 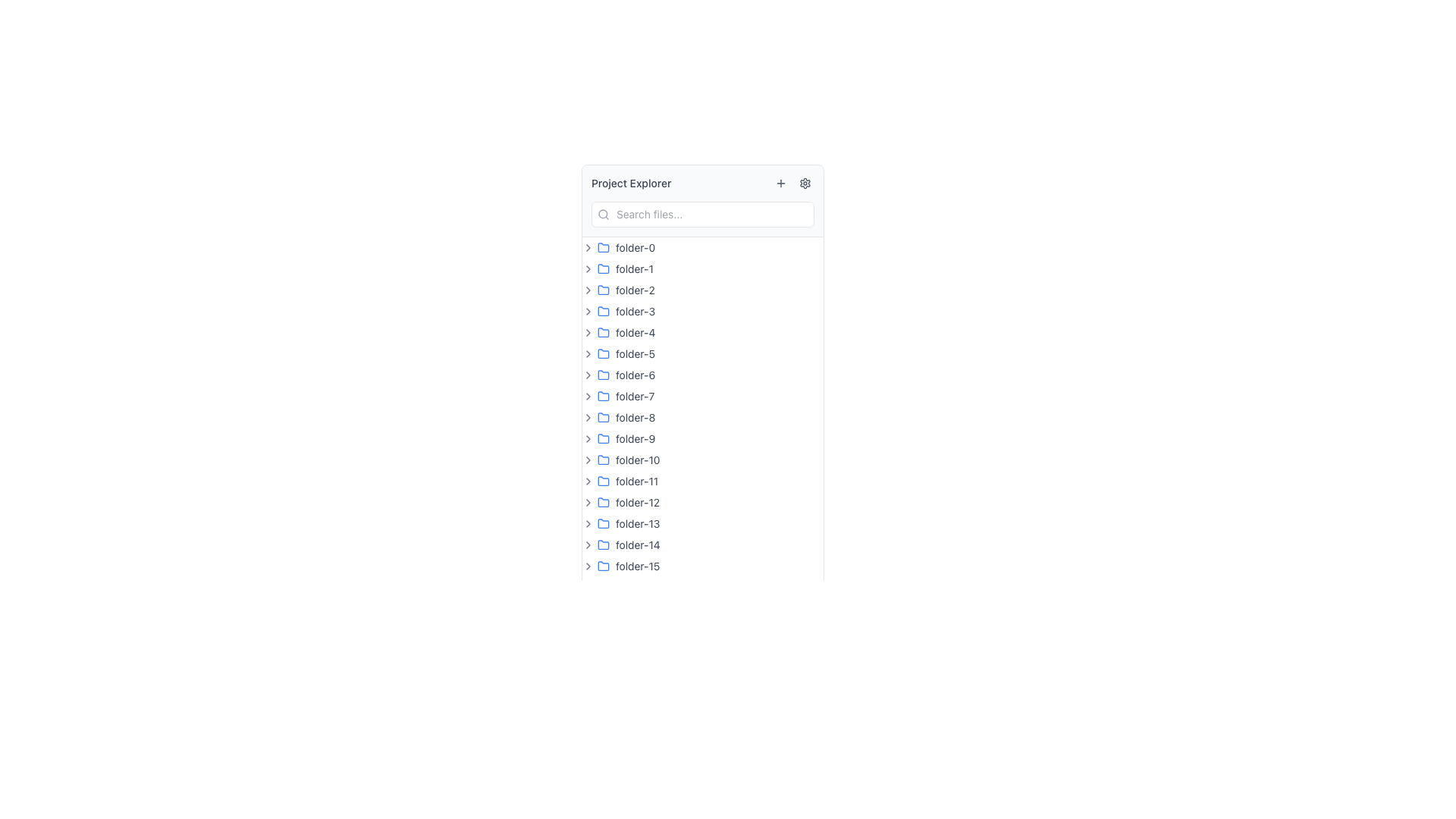 What do you see at coordinates (588, 438) in the screenshot?
I see `the right-pointing chevron icon located beside the text 'folder-9'` at bounding box center [588, 438].